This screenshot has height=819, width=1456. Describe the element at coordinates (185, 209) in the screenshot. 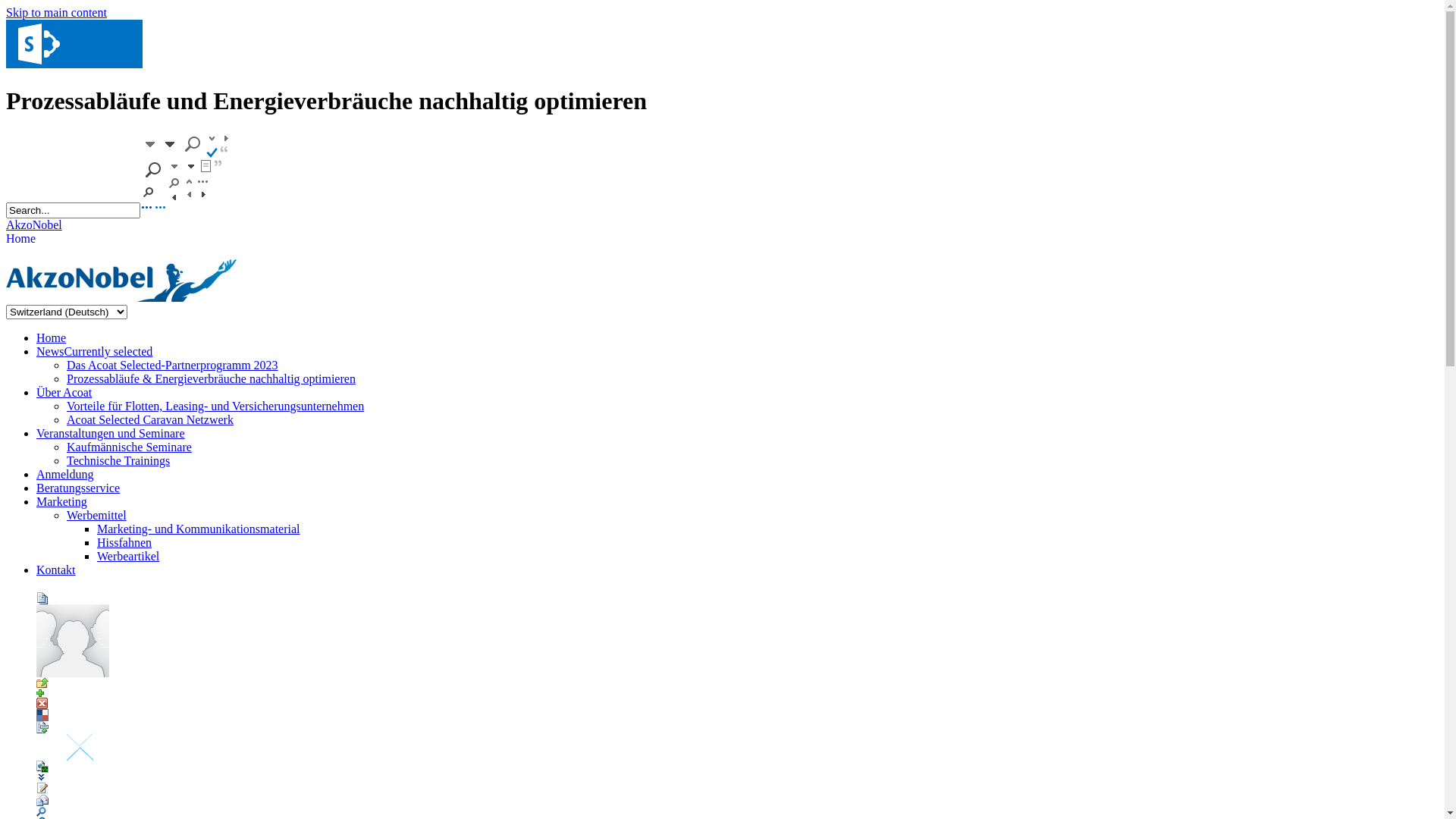

I see `'Search'` at that location.